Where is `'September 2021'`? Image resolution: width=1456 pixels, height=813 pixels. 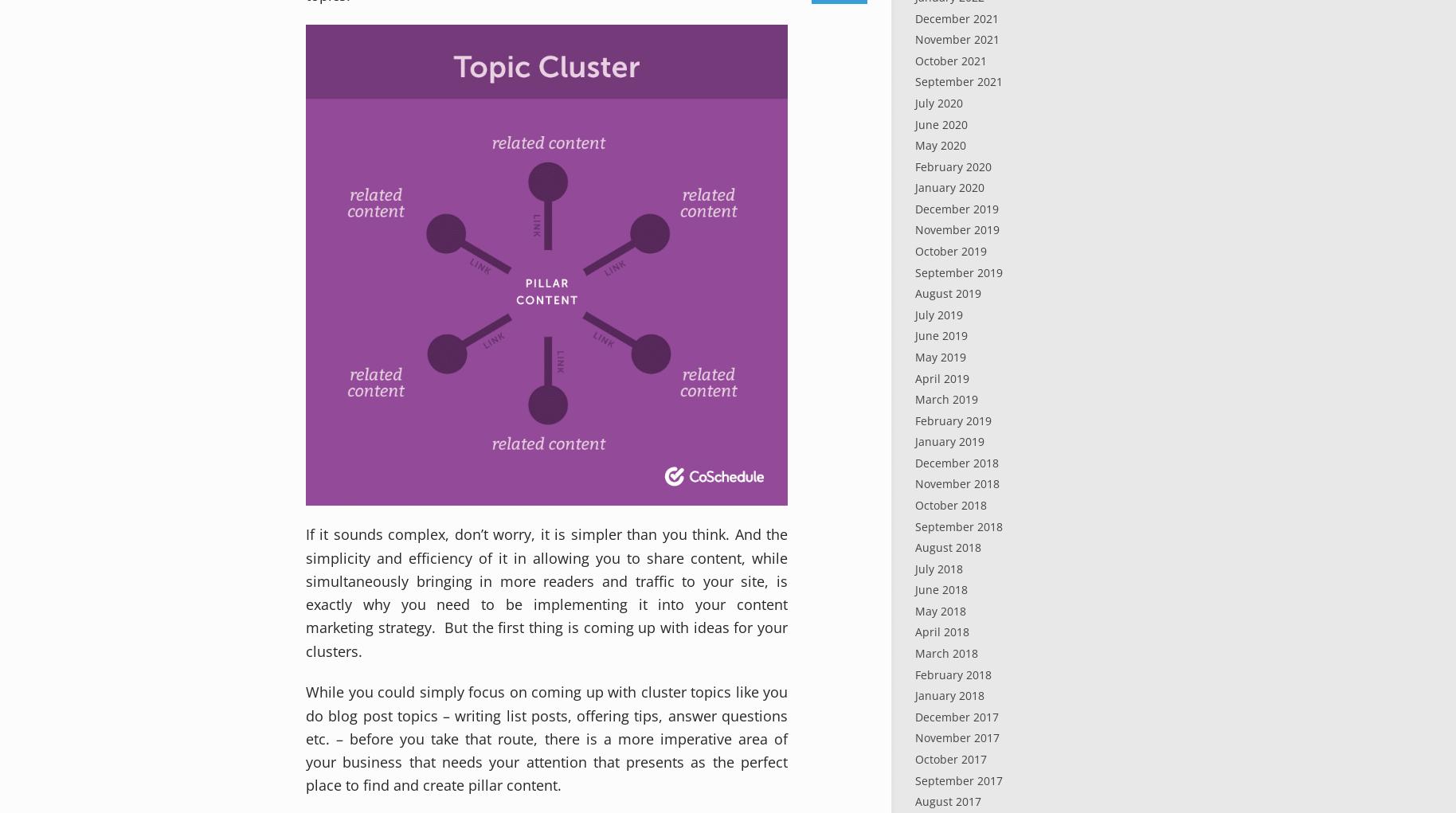
'September 2021' is located at coordinates (914, 80).